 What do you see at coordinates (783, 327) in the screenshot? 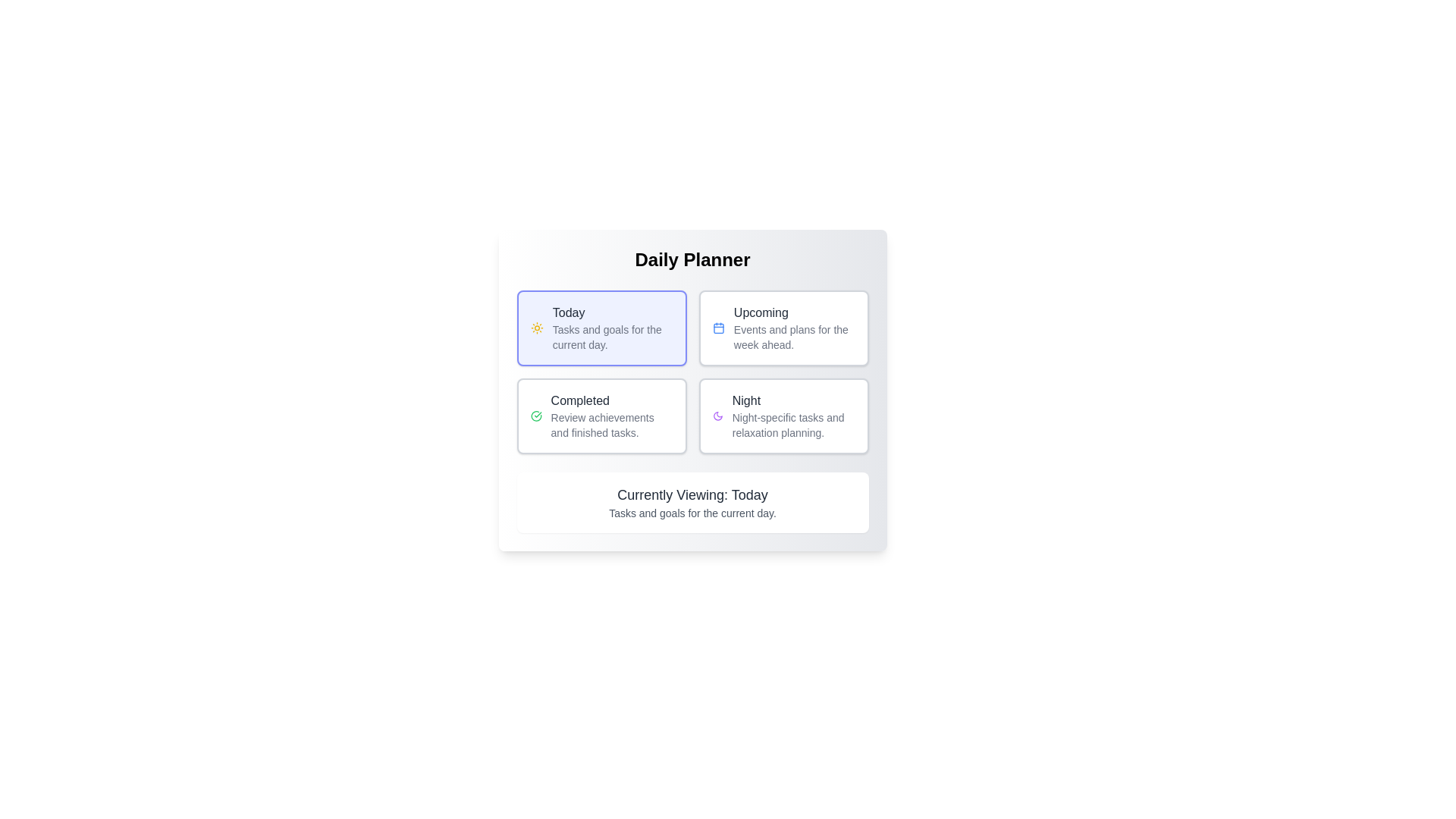
I see `the informational card that highlights upcoming events and plans for the week ahead, located as the second item in the grid layout below the 'Daily Planner' header` at bounding box center [783, 327].